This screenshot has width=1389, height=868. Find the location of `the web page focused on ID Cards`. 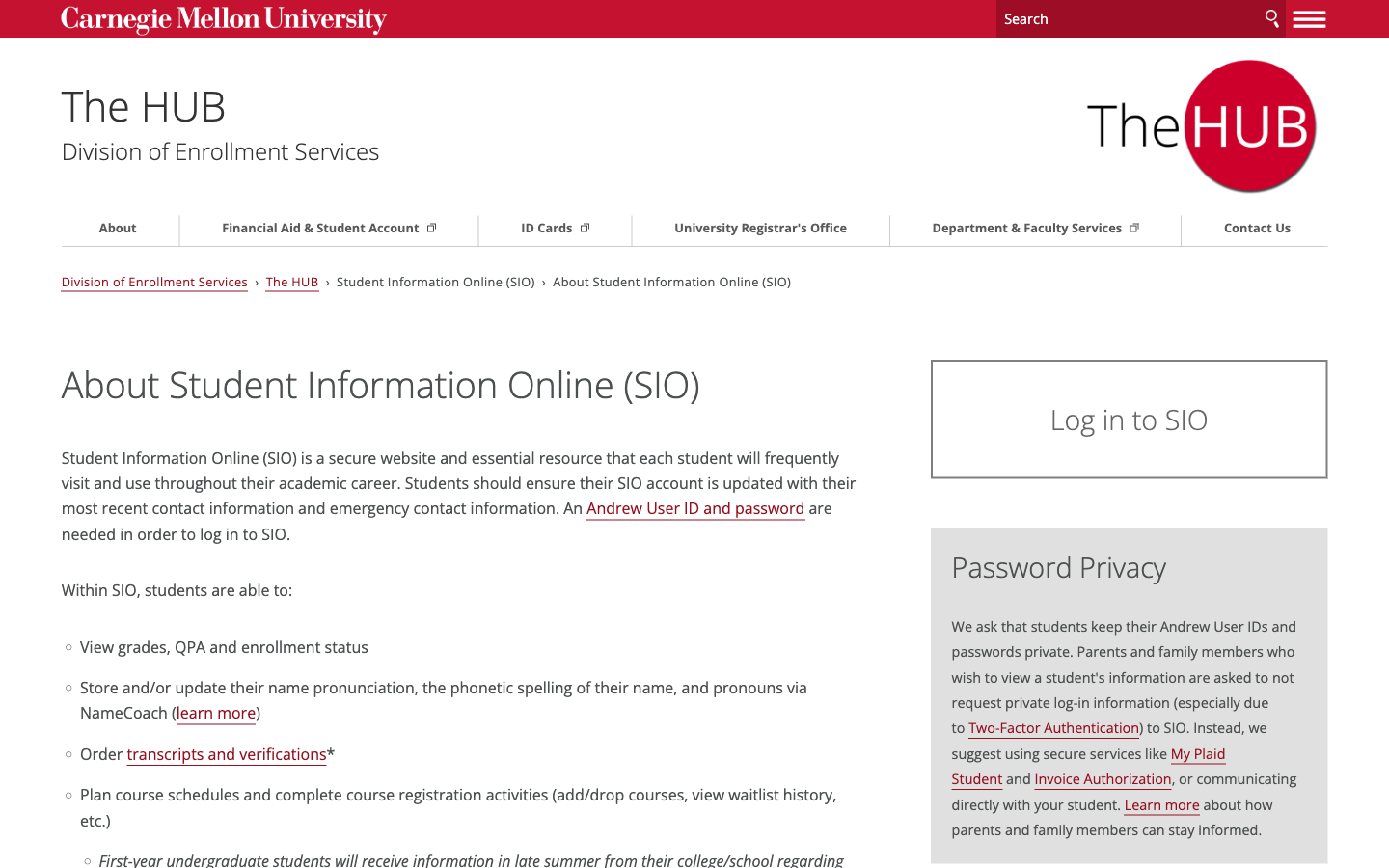

the web page focused on ID Cards is located at coordinates (563, 227).